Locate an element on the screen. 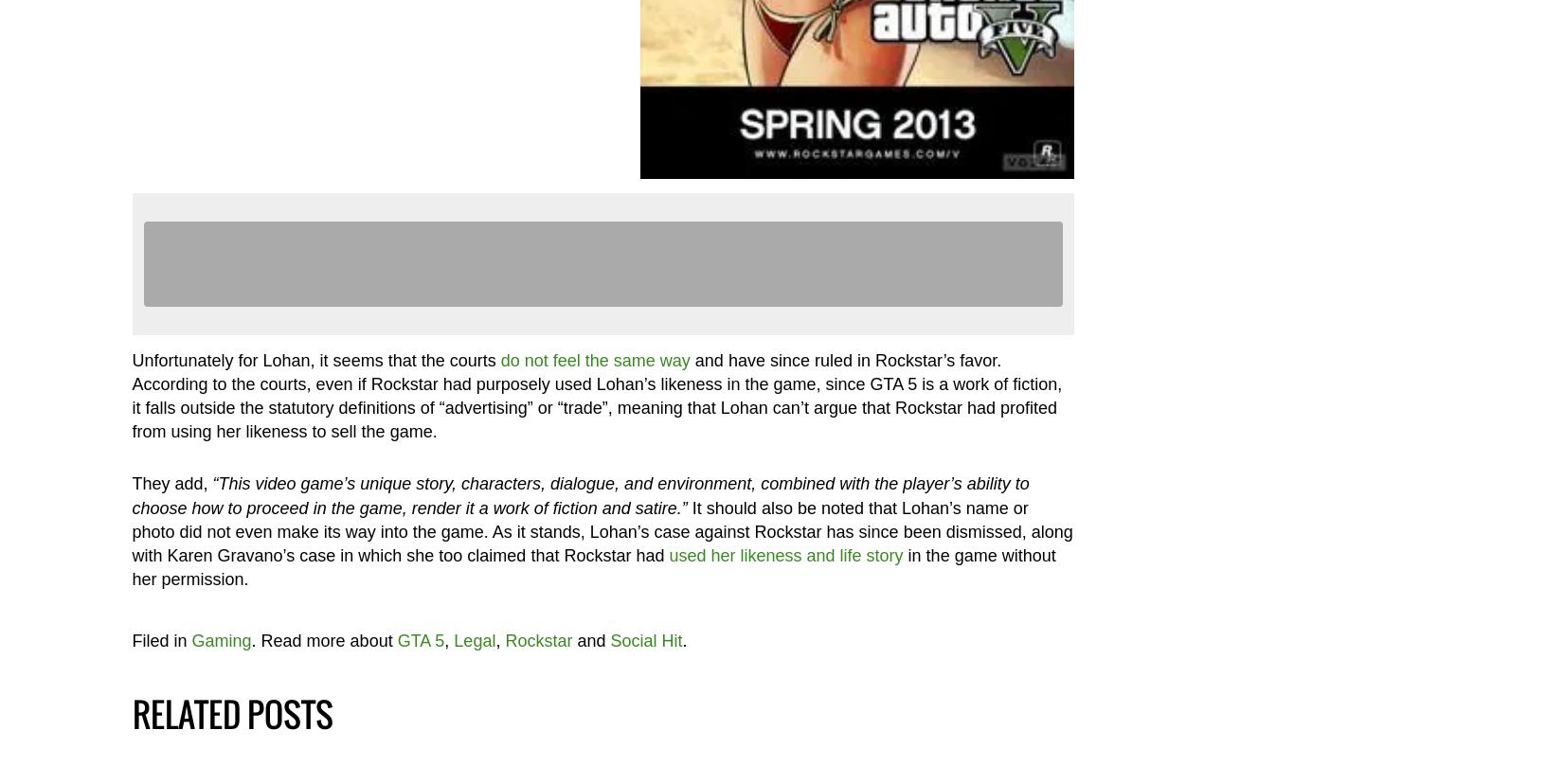 The image size is (1564, 784). 'Social Hit' is located at coordinates (610, 639).